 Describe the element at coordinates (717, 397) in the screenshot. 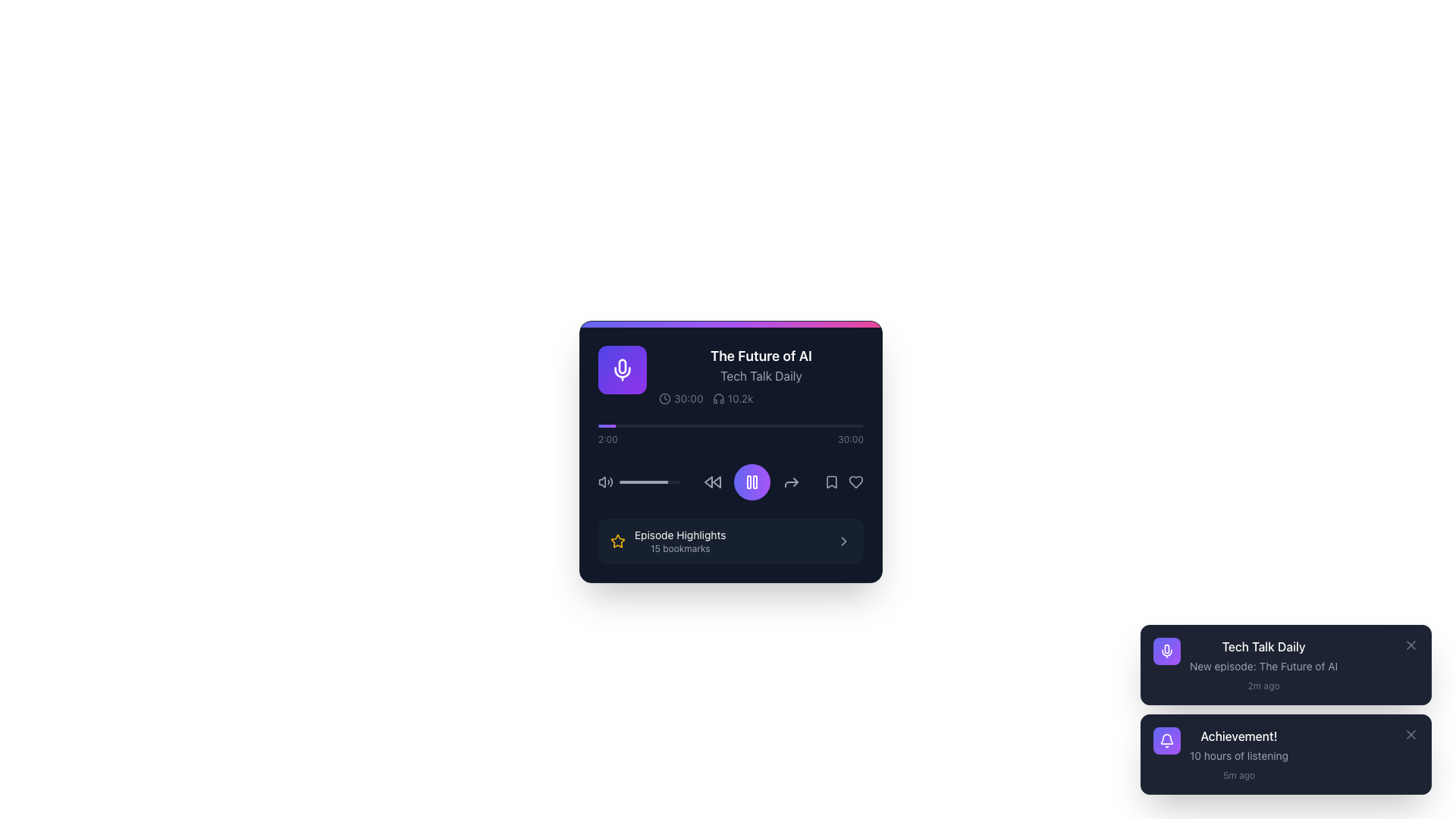

I see `the small monochromatic headphone icon located to the left of the numerical text '10.2k' within the main content card` at that location.